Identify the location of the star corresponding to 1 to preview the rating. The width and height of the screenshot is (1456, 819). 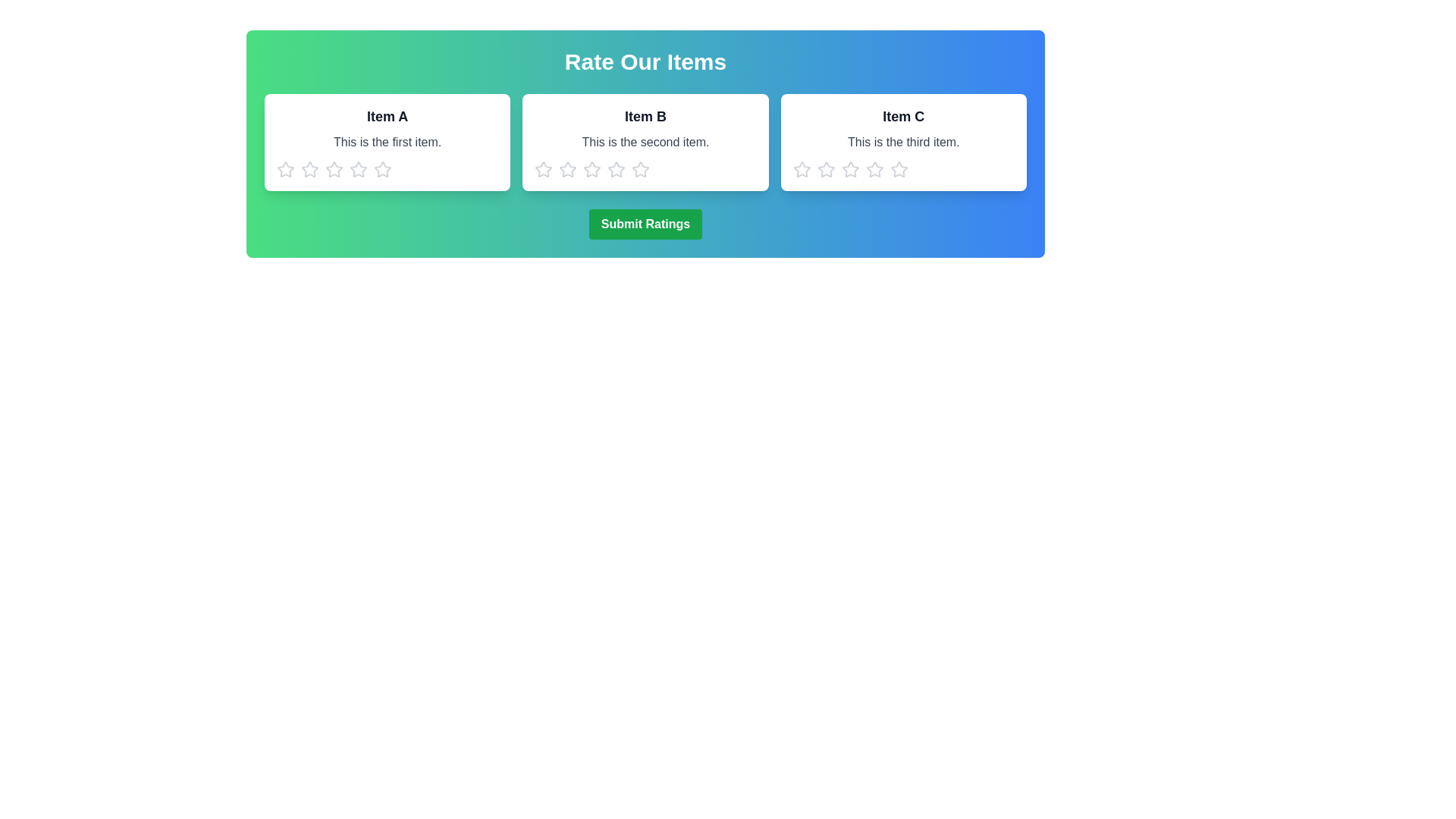
(286, 169).